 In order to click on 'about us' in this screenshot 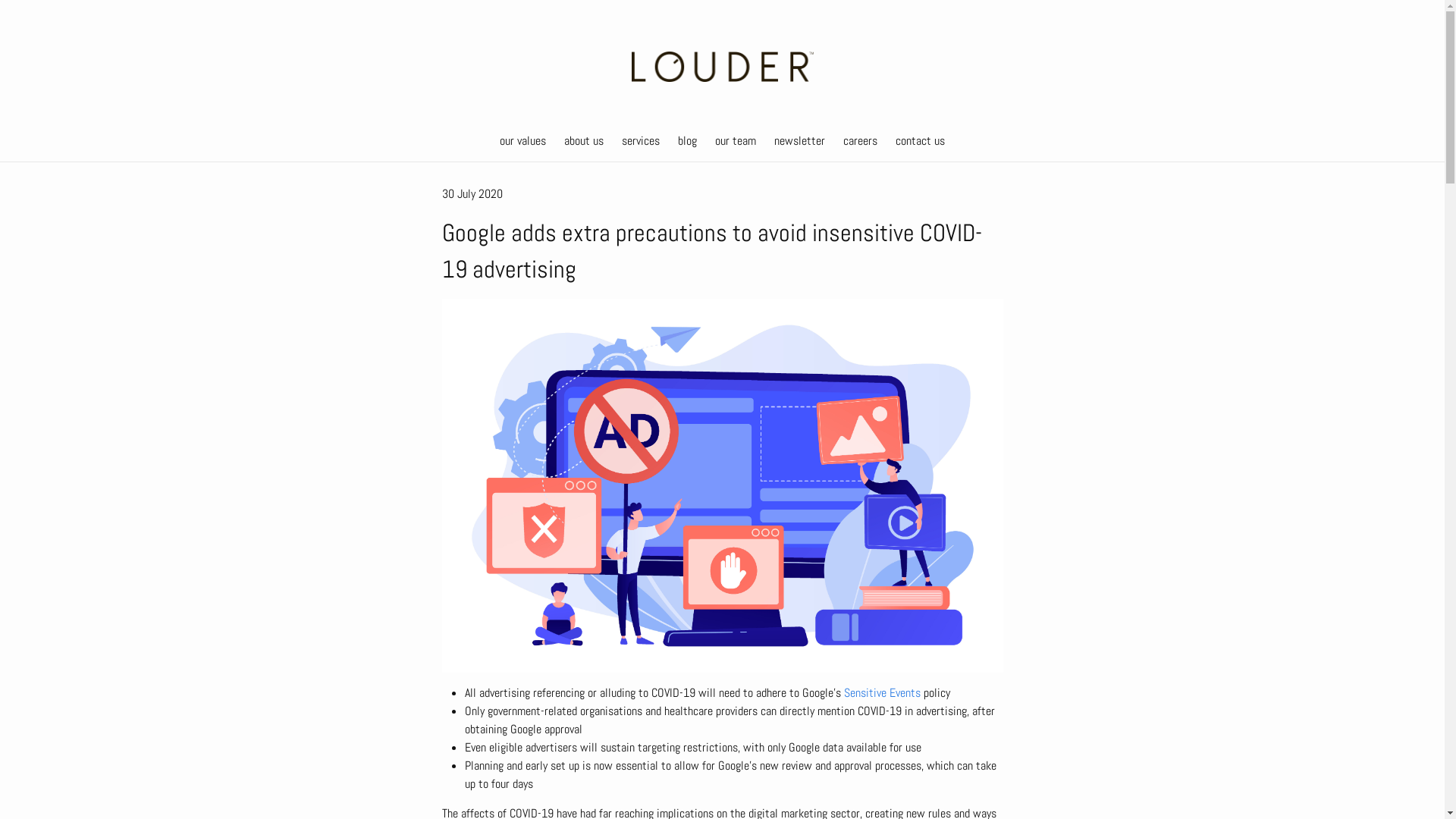, I will do `click(582, 140)`.